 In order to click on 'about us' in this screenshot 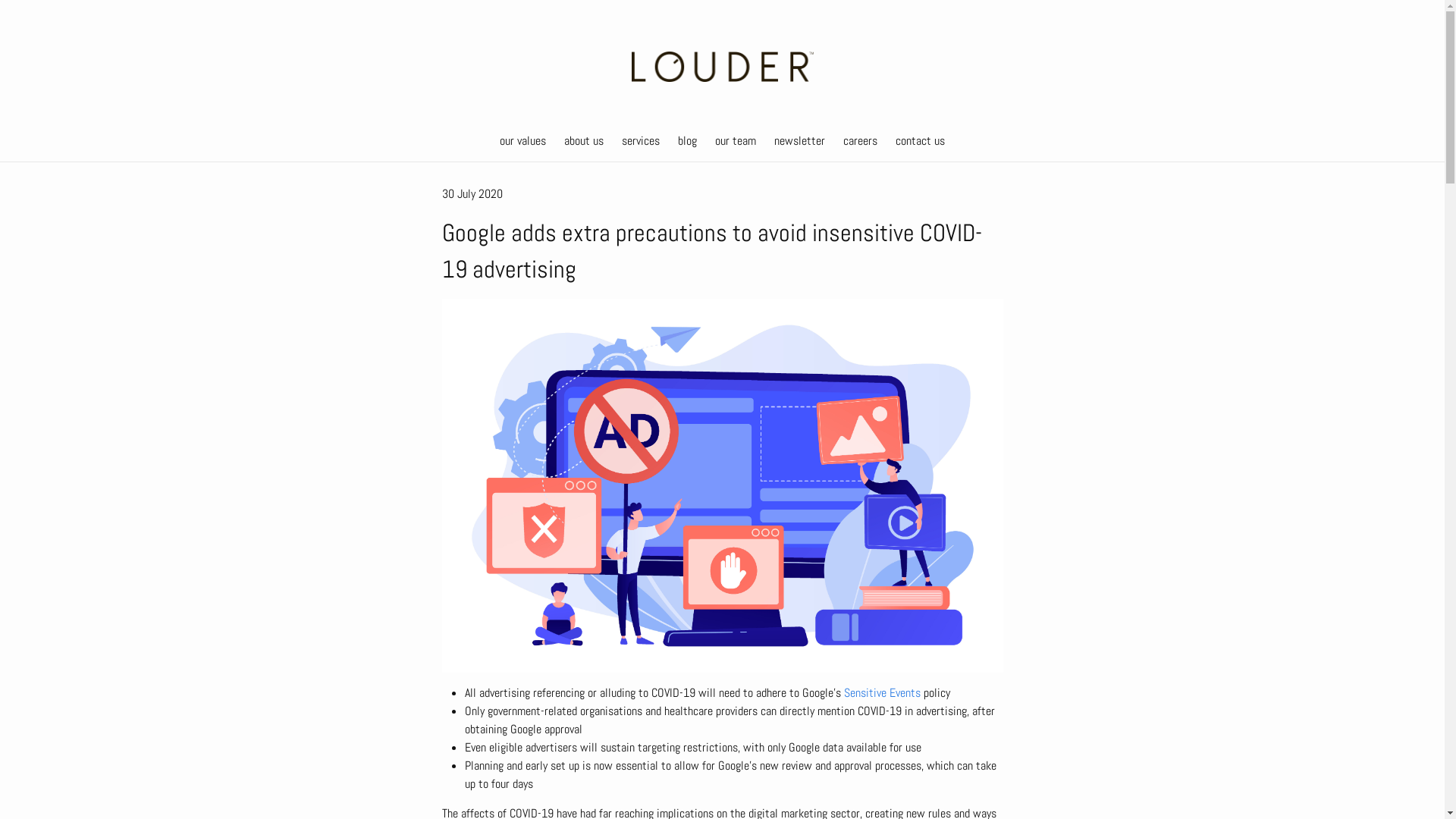, I will do `click(582, 140)`.